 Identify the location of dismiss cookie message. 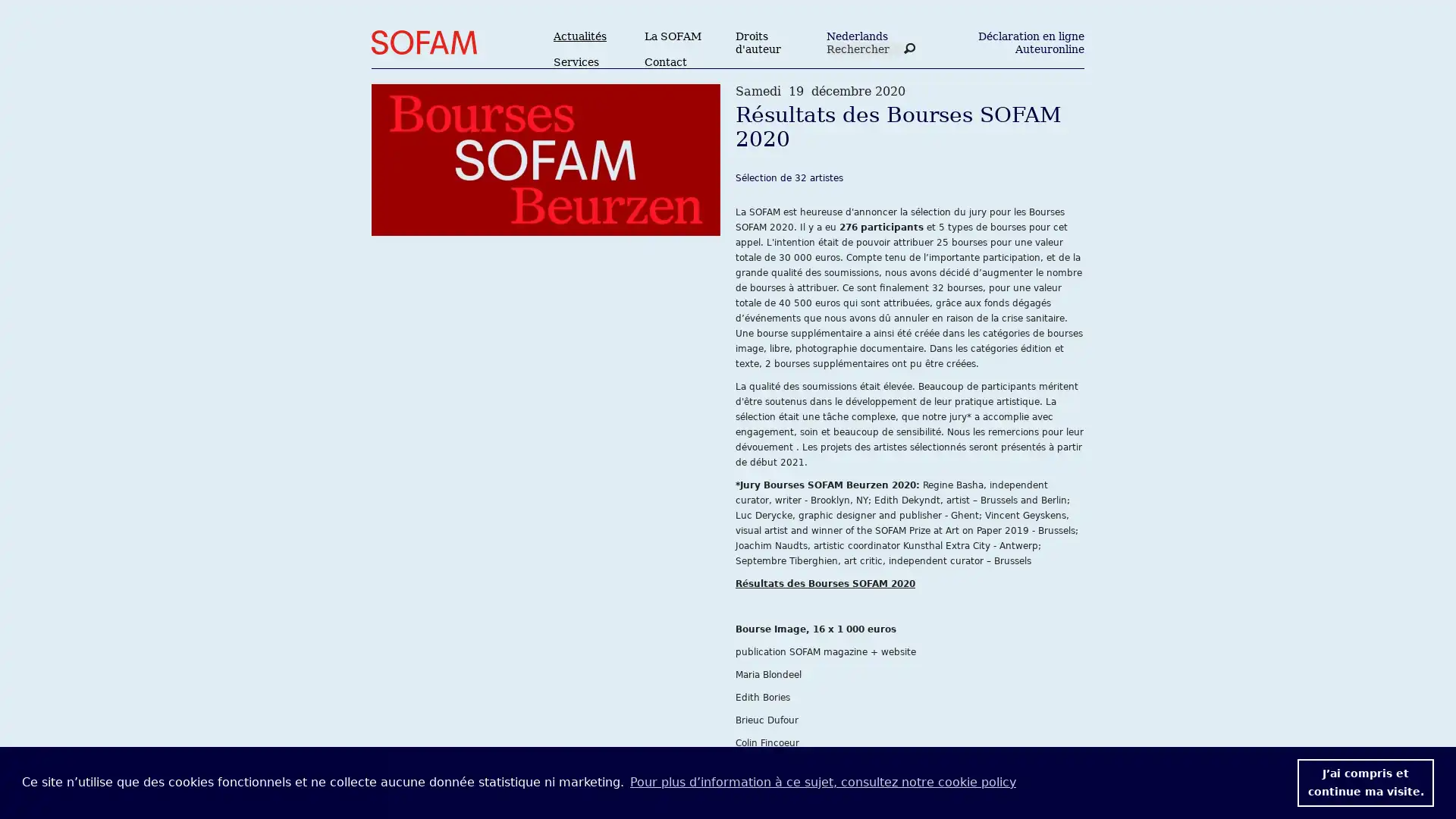
(1365, 783).